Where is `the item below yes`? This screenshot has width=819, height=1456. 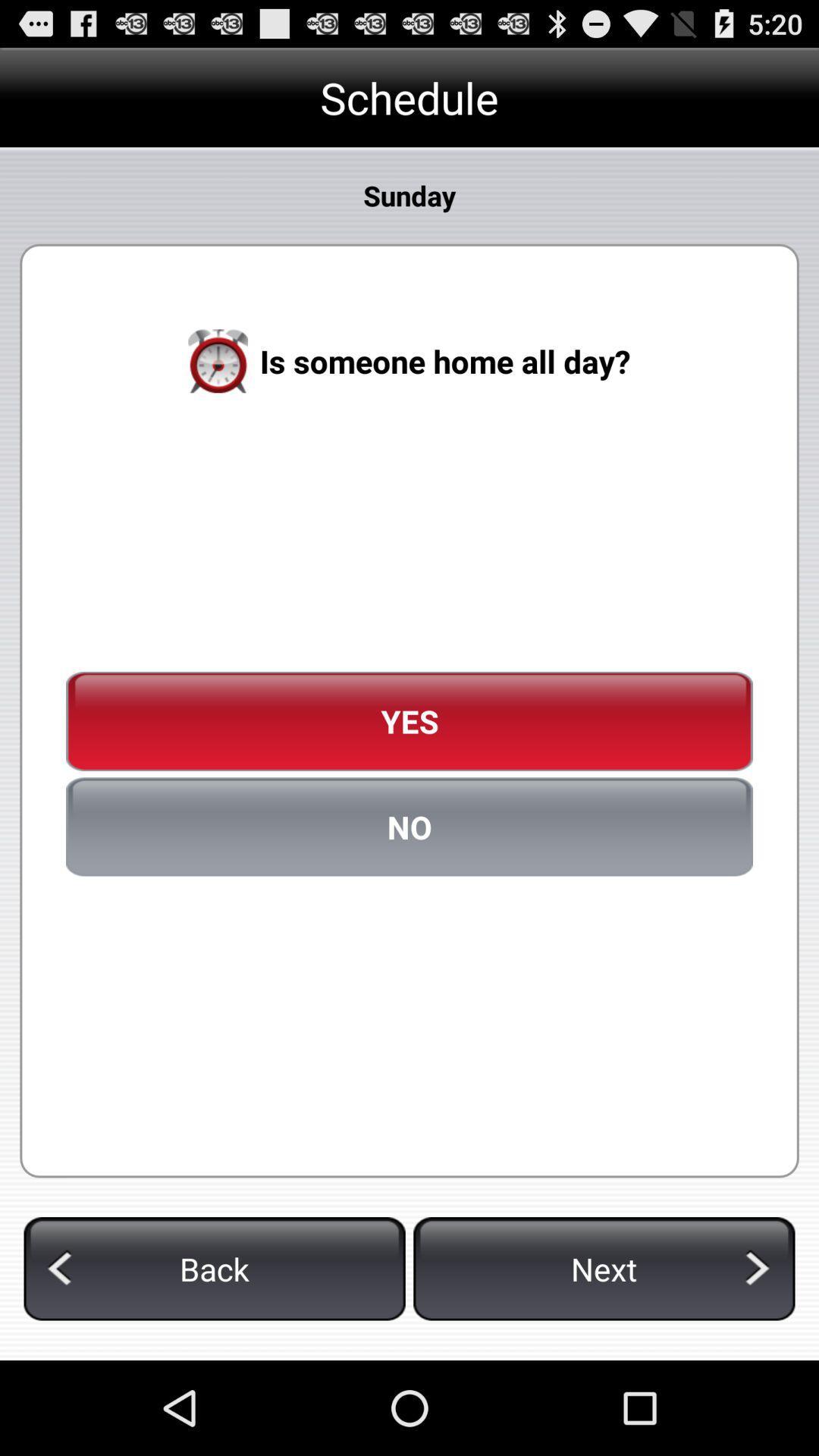
the item below yes is located at coordinates (409, 826).